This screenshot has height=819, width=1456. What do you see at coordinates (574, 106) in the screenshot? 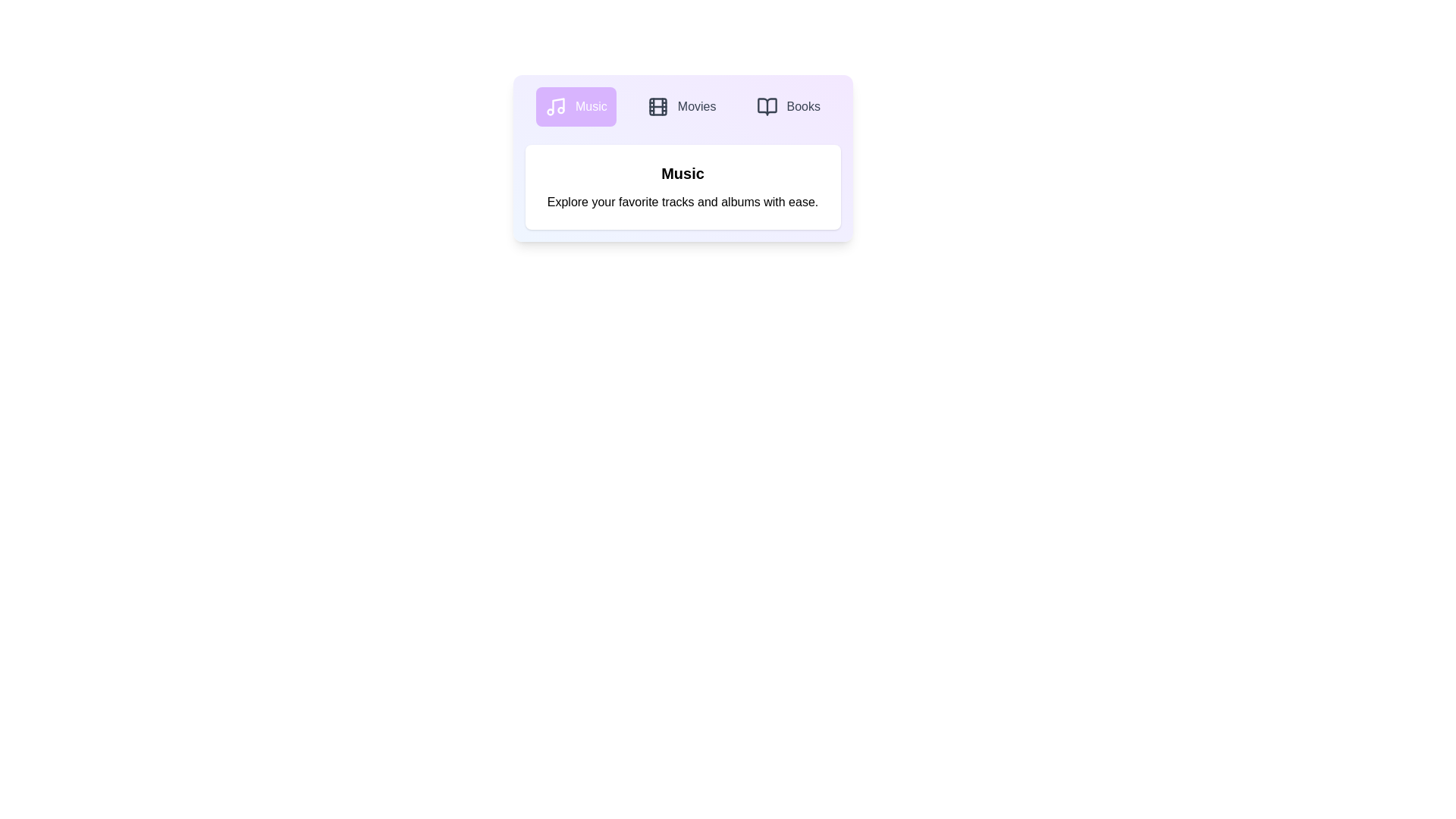
I see `the Music tab to explore its content` at bounding box center [574, 106].